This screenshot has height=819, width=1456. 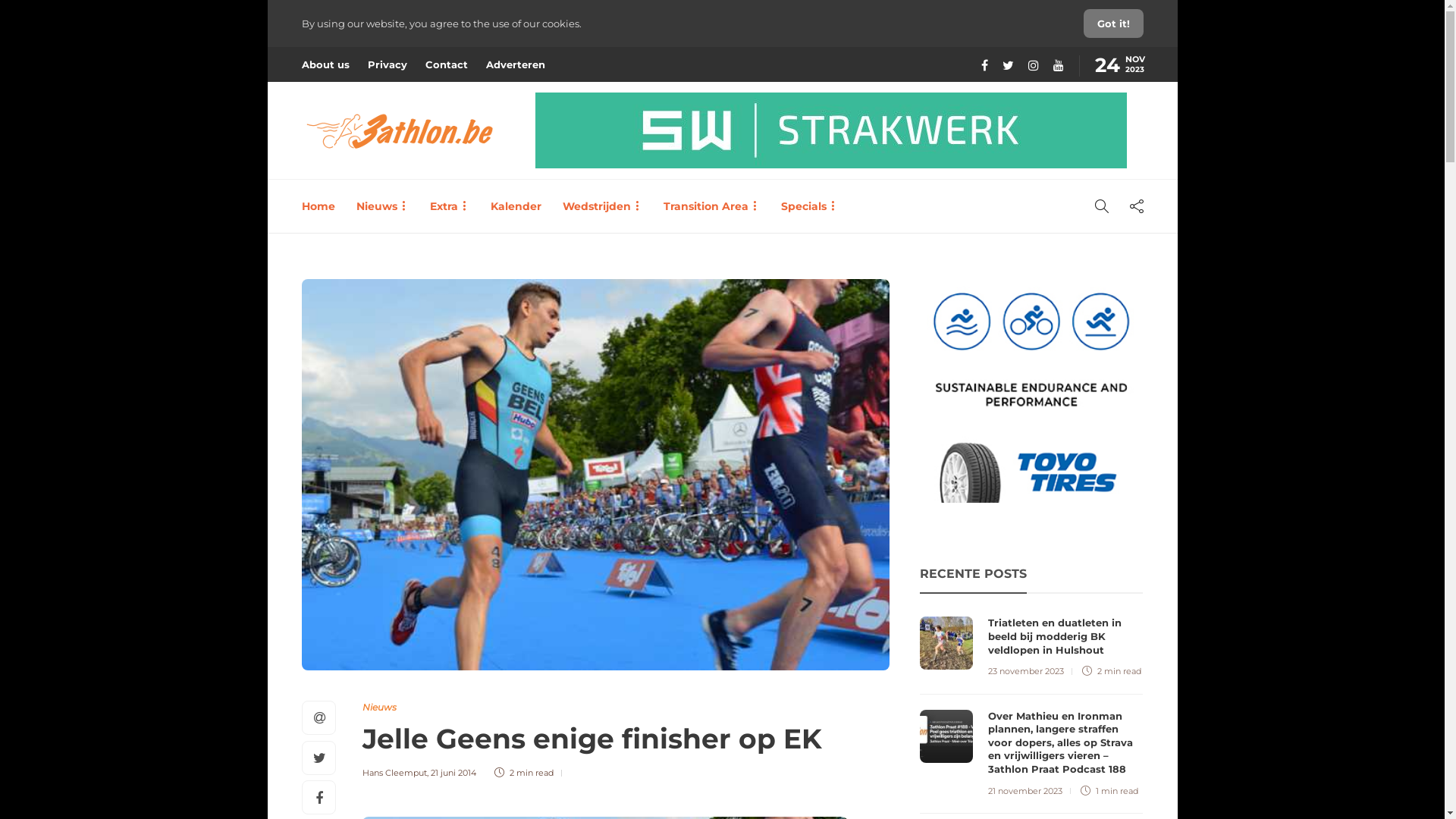 I want to click on 'Privacy', so click(x=386, y=63).